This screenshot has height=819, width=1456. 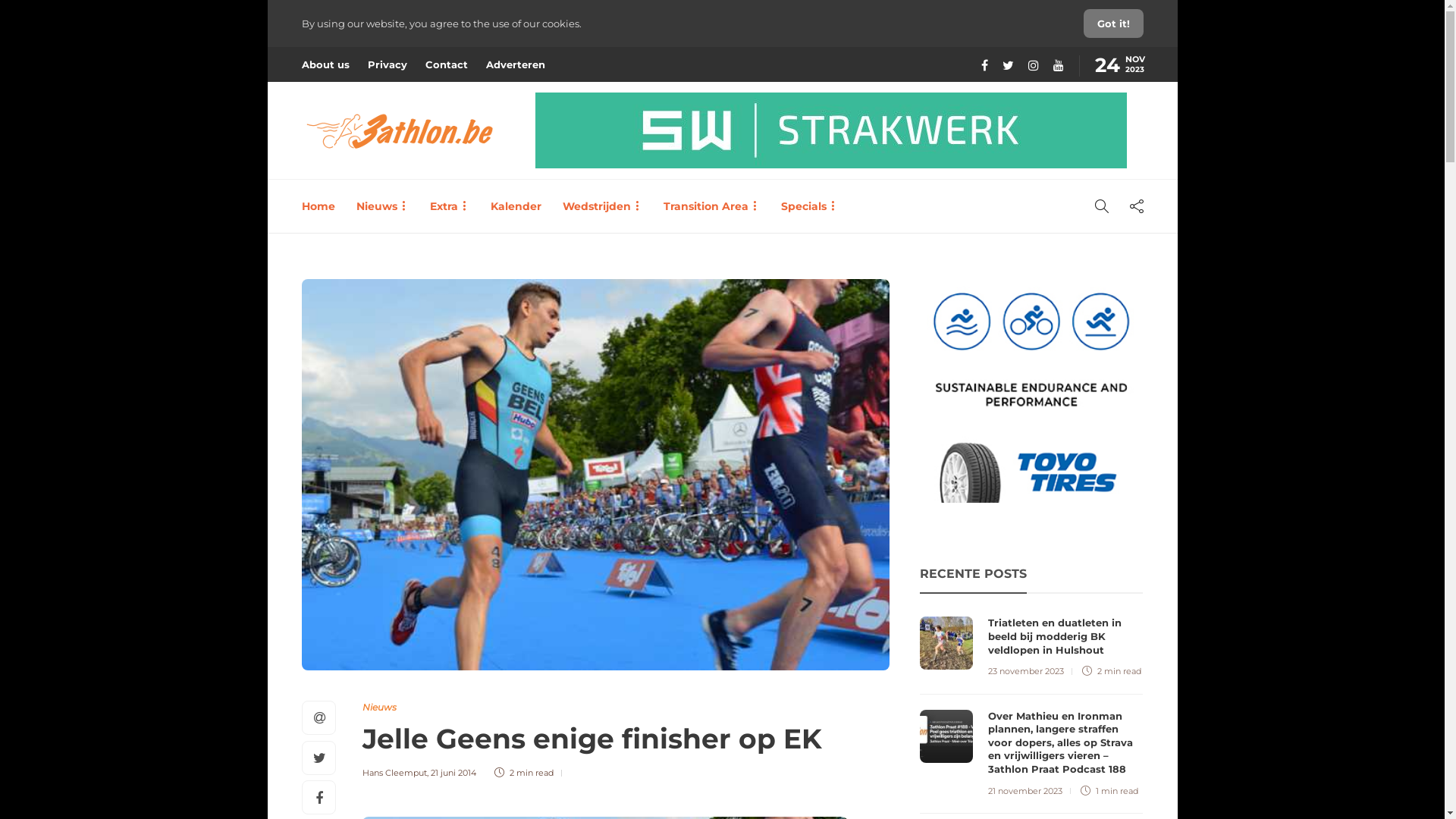 I want to click on 'Privacy', so click(x=386, y=63).